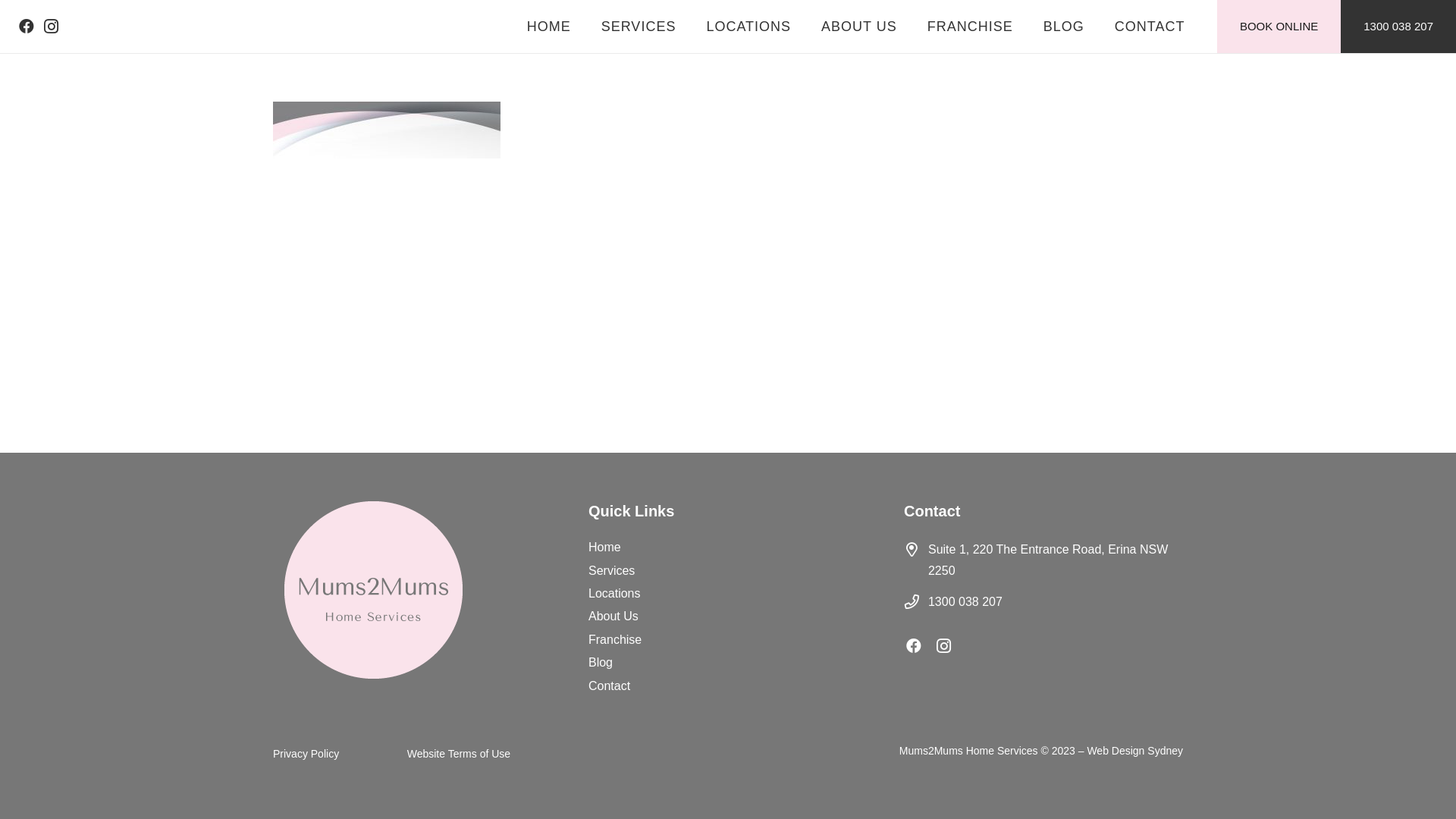 Image resolution: width=1456 pixels, height=819 pixels. What do you see at coordinates (613, 616) in the screenshot?
I see `'About Us'` at bounding box center [613, 616].